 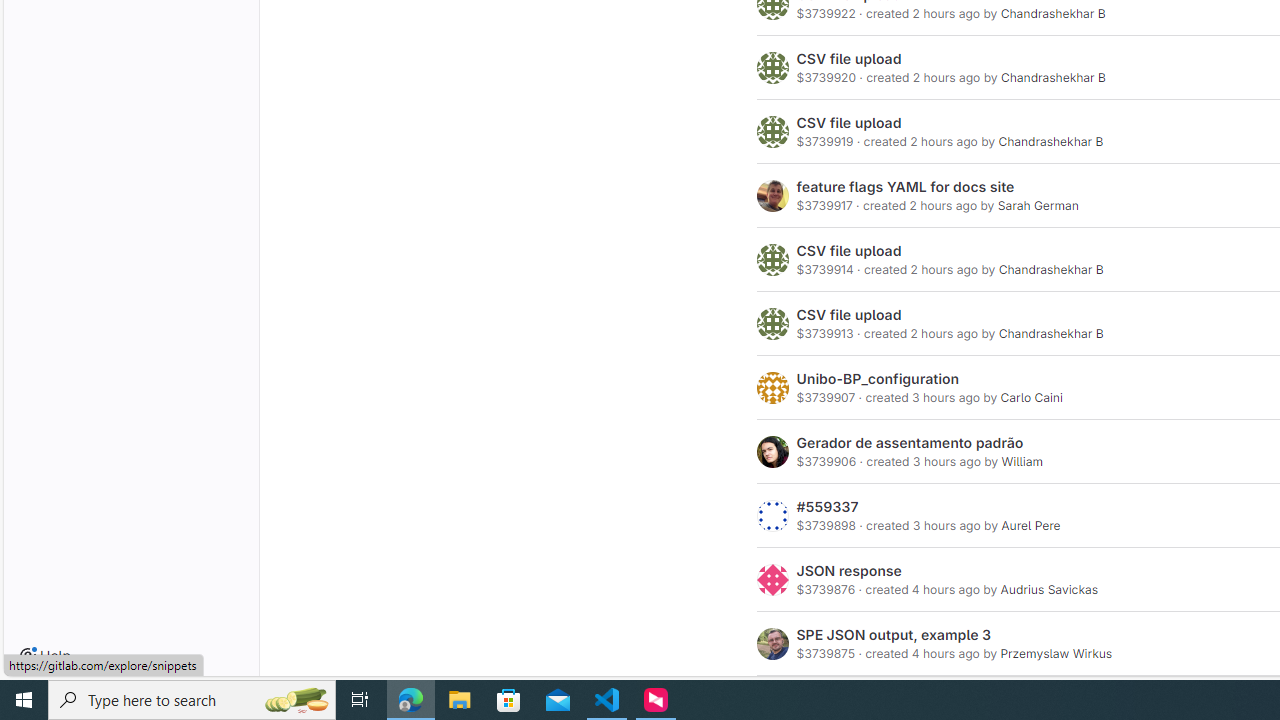 What do you see at coordinates (45, 655) in the screenshot?
I see `'Help'` at bounding box center [45, 655].